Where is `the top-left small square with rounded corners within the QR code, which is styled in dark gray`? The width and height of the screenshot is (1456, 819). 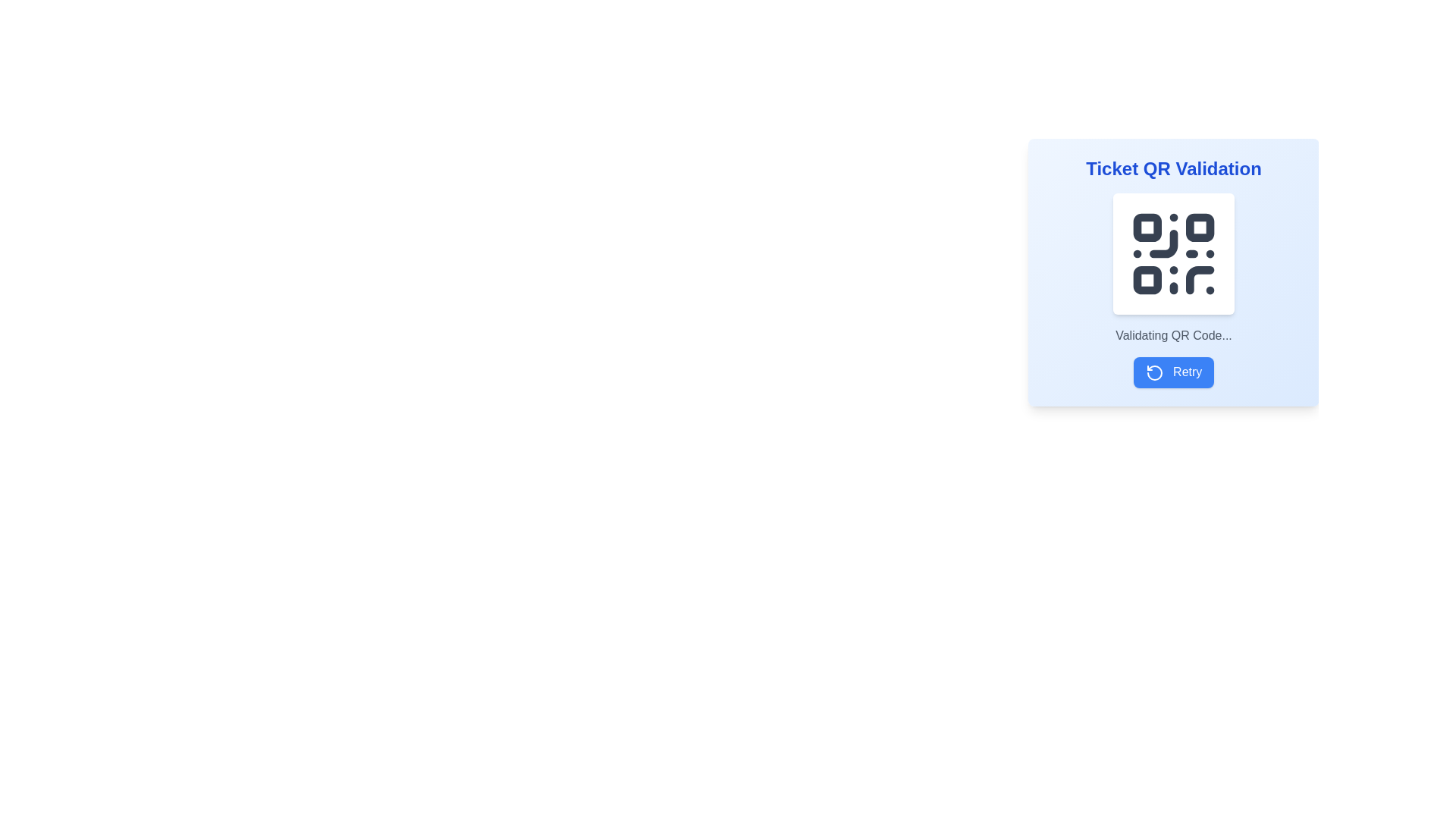
the top-left small square with rounded corners within the QR code, which is styled in dark gray is located at coordinates (1147, 227).